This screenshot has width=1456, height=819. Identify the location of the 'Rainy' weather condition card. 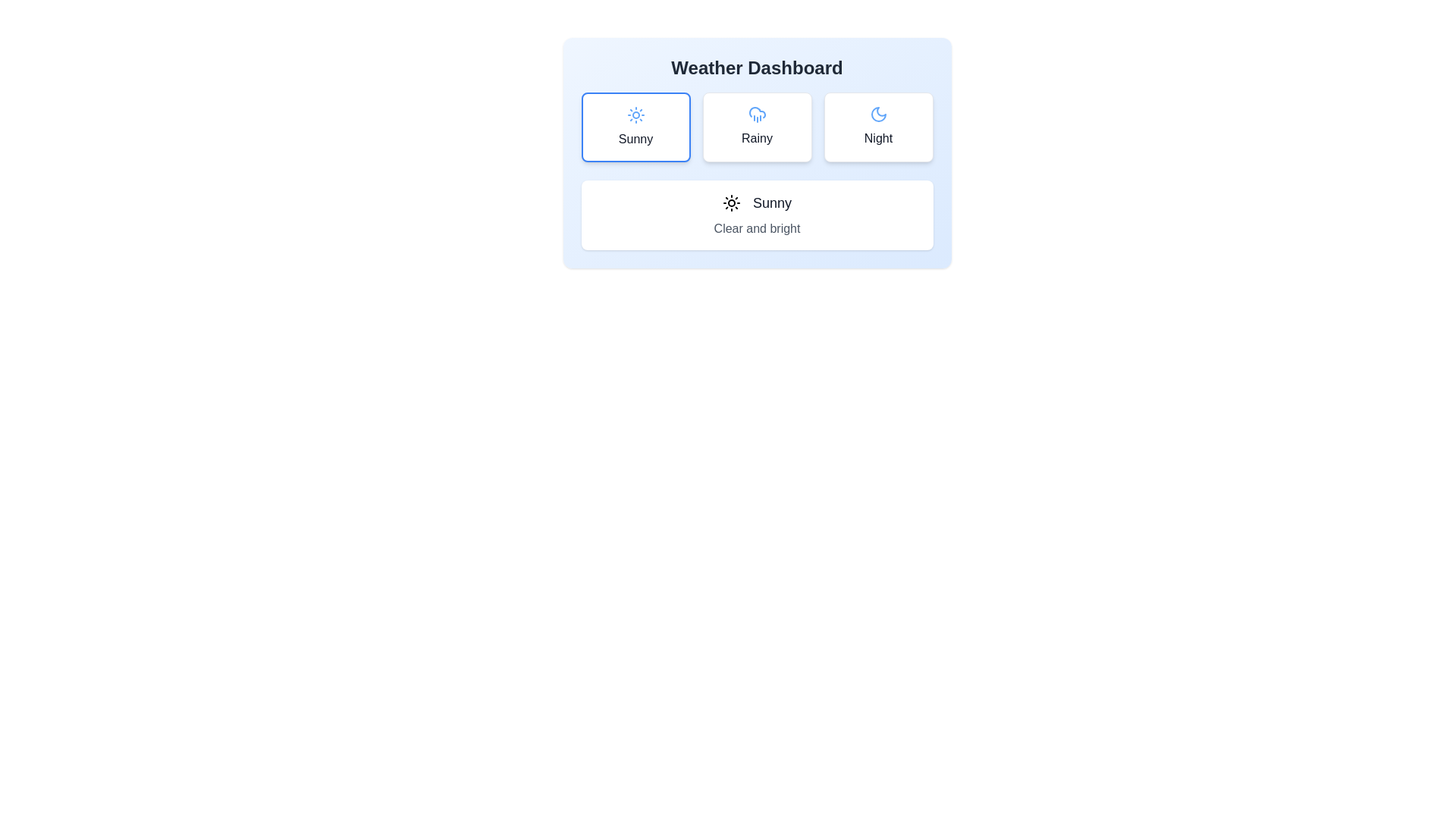
(757, 127).